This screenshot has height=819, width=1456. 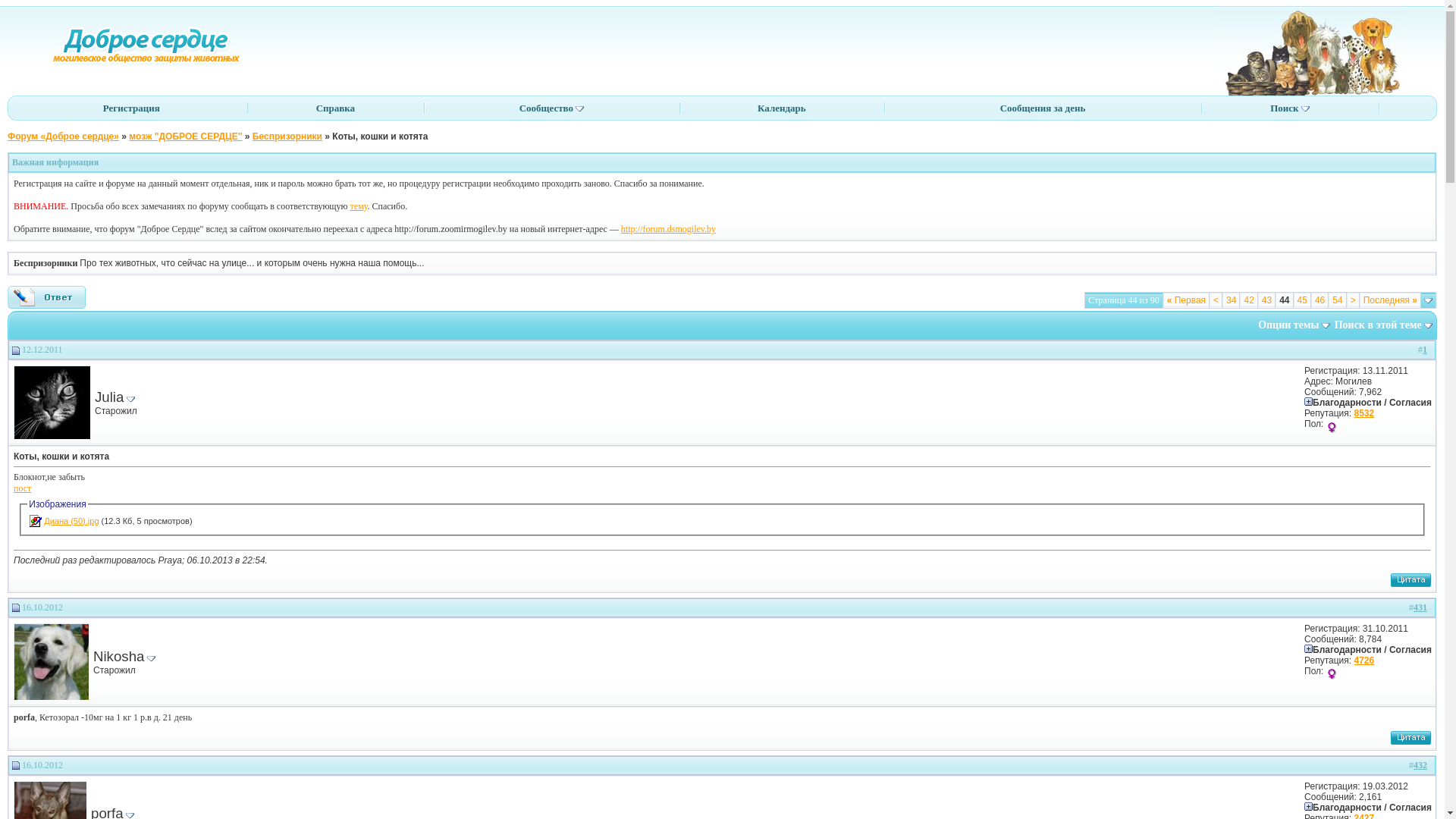 I want to click on 'Nikosha', so click(x=118, y=655).